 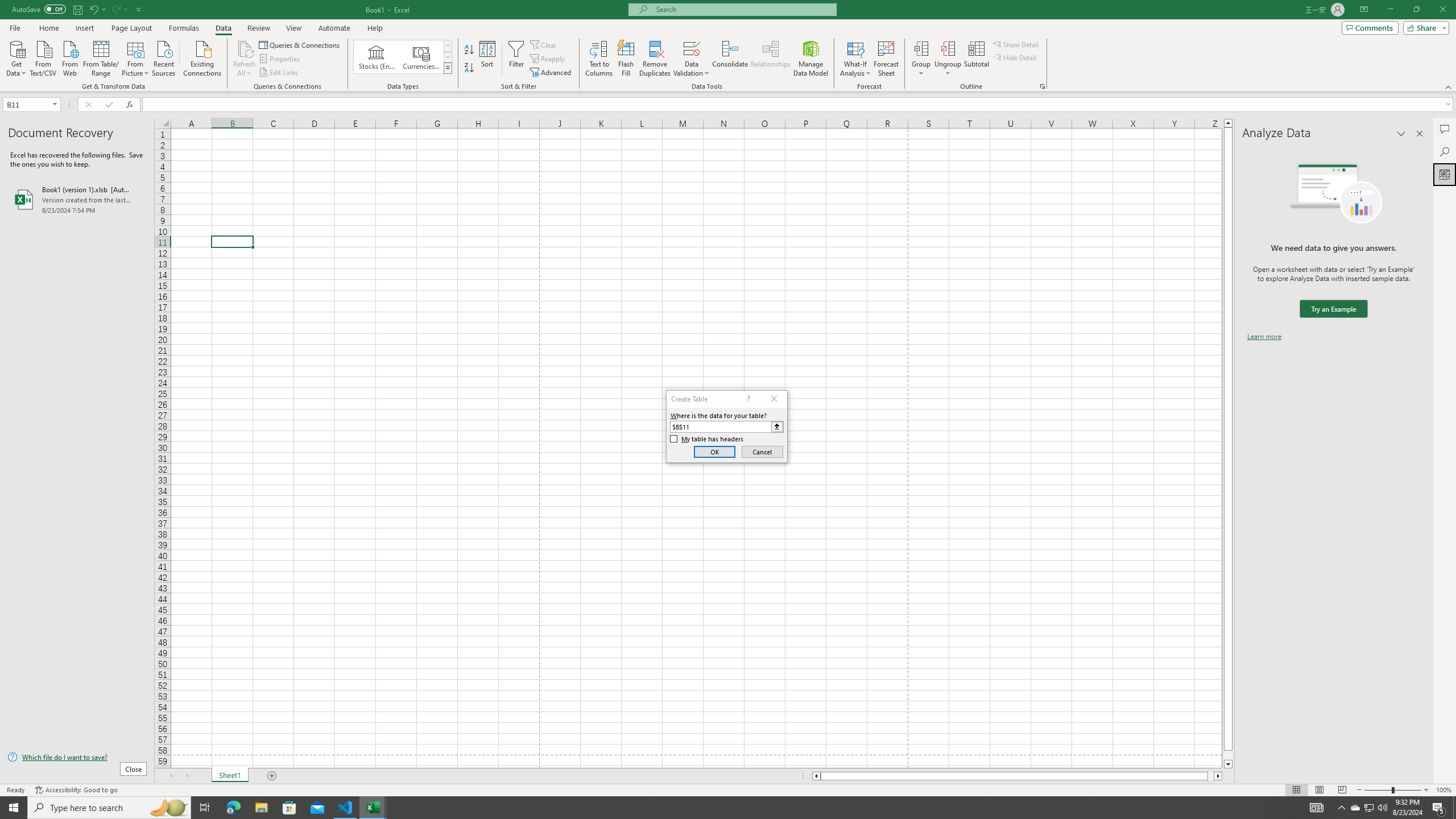 What do you see at coordinates (730, 59) in the screenshot?
I see `'Consolidate...'` at bounding box center [730, 59].